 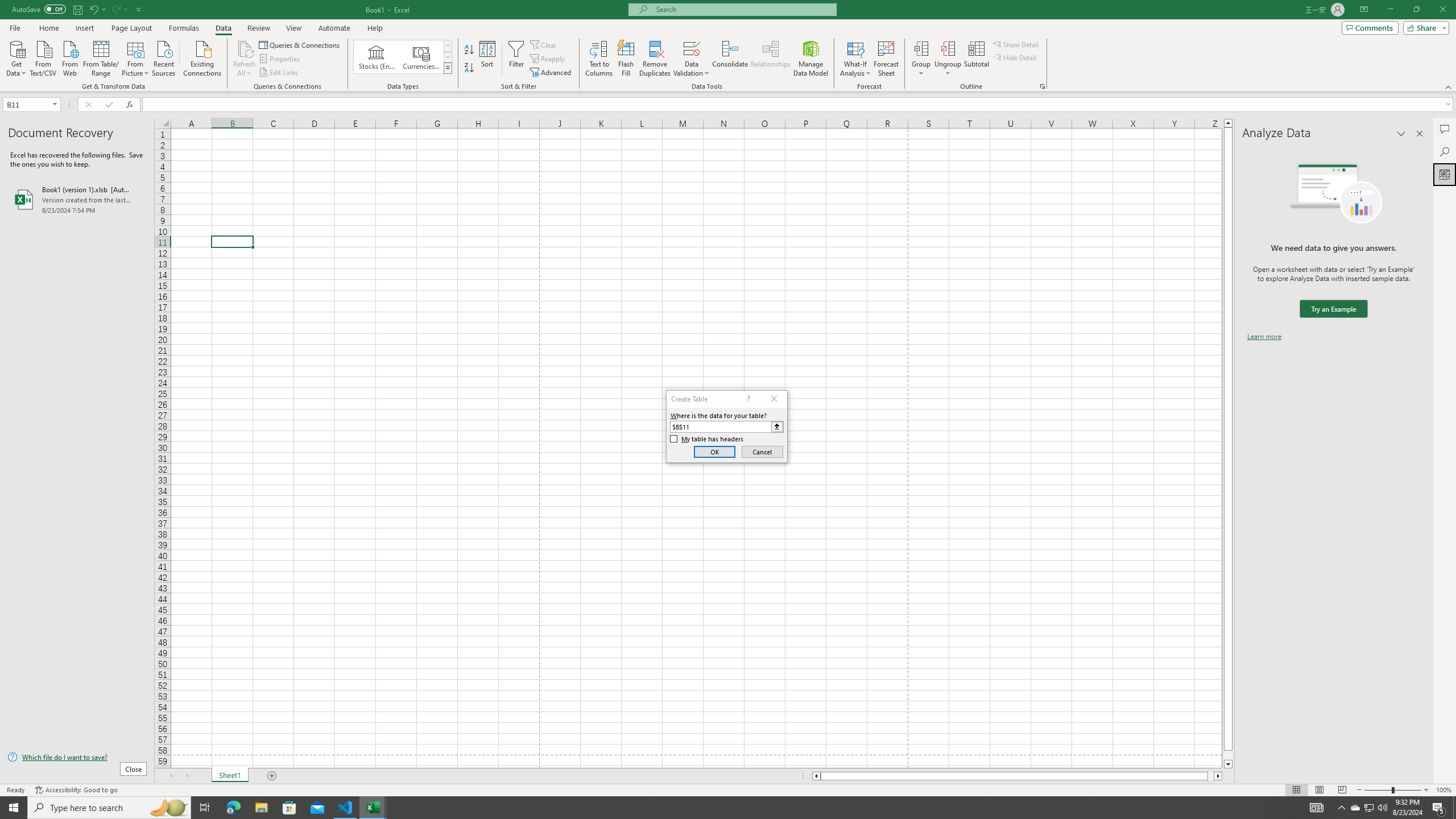 What do you see at coordinates (730, 59) in the screenshot?
I see `'Consolidate...'` at bounding box center [730, 59].